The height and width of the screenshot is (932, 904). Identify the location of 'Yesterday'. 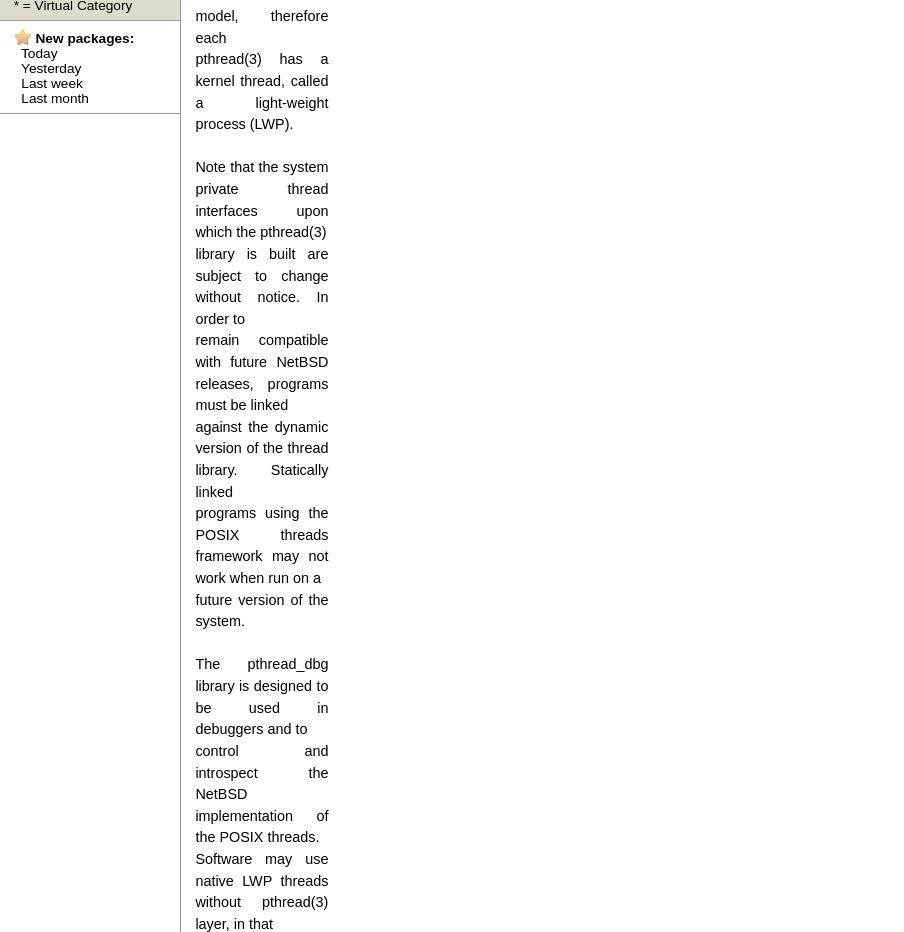
(49, 67).